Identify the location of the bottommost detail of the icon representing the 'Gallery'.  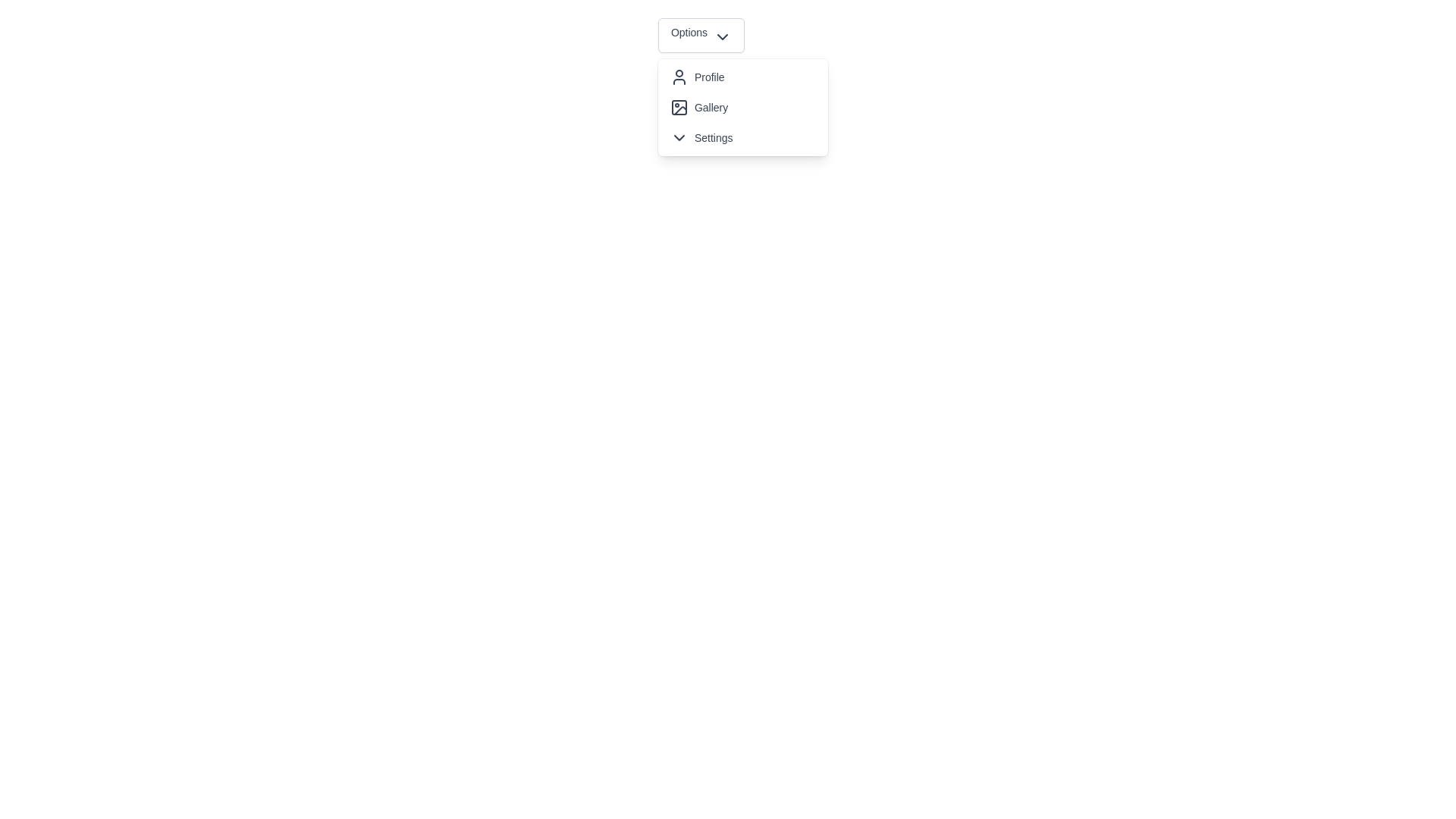
(679, 110).